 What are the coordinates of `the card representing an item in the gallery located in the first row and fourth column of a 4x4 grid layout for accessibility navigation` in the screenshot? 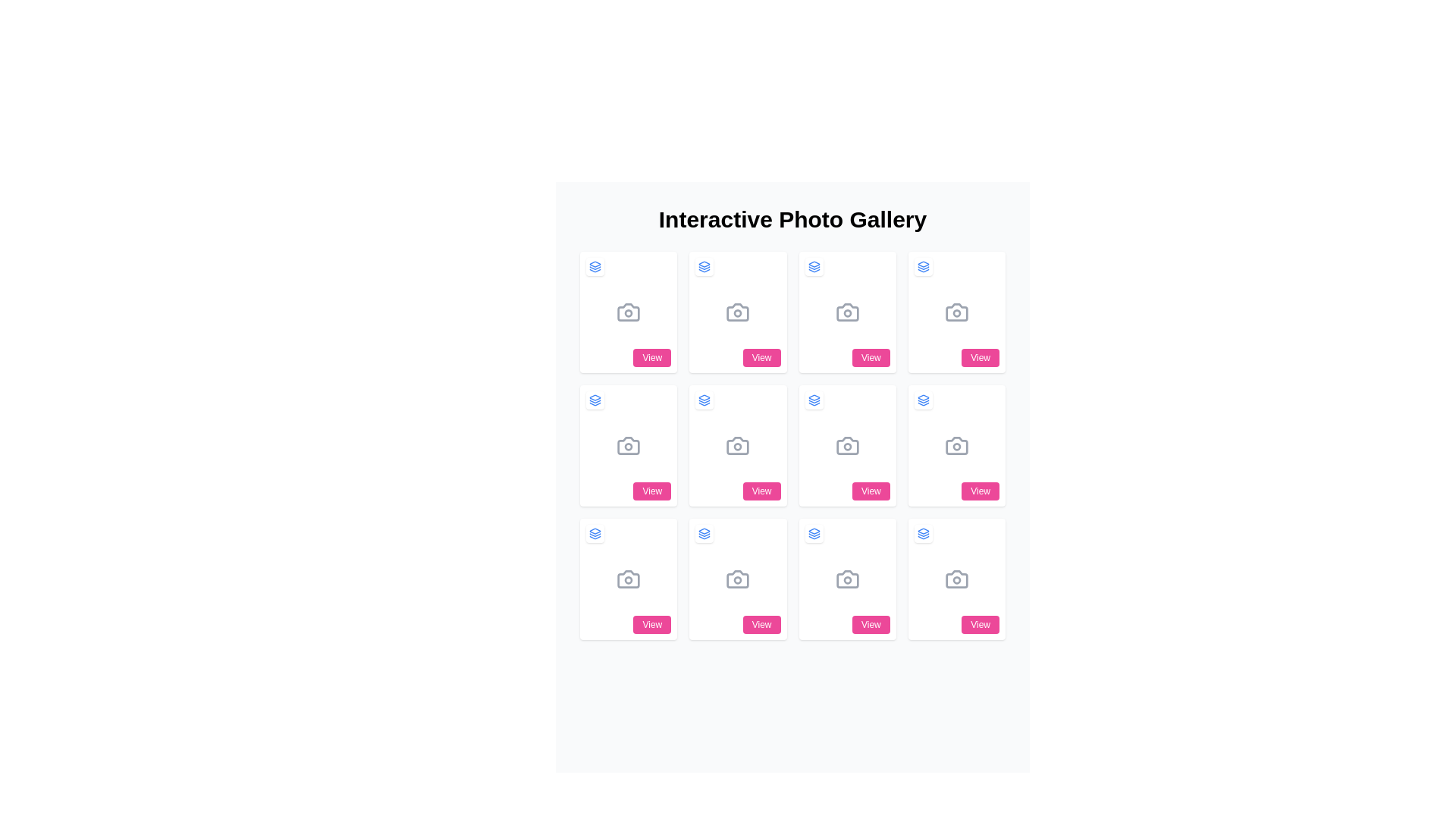 It's located at (955, 312).